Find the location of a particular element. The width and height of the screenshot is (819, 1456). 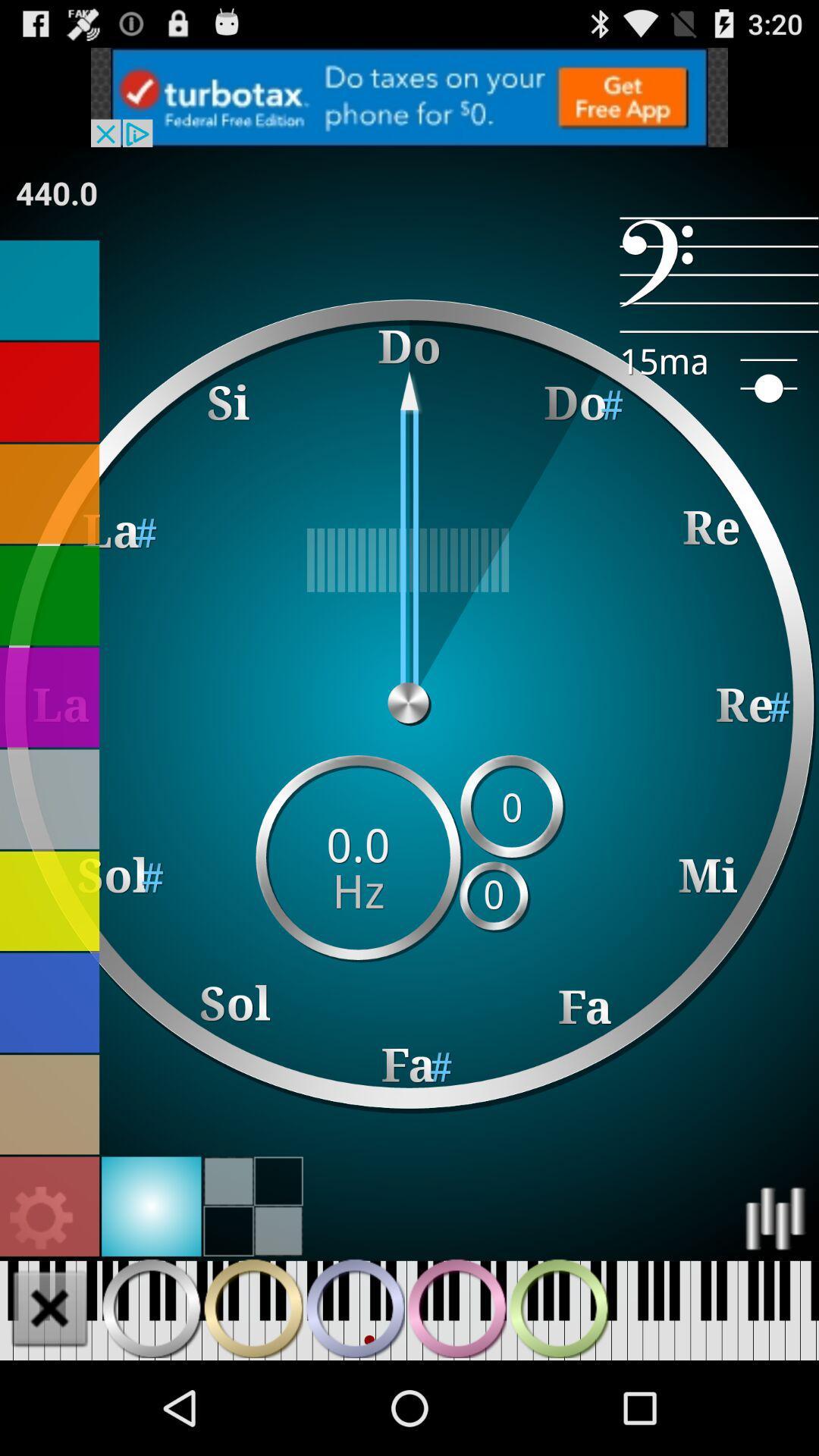

settings wheel is located at coordinates (49, 1206).